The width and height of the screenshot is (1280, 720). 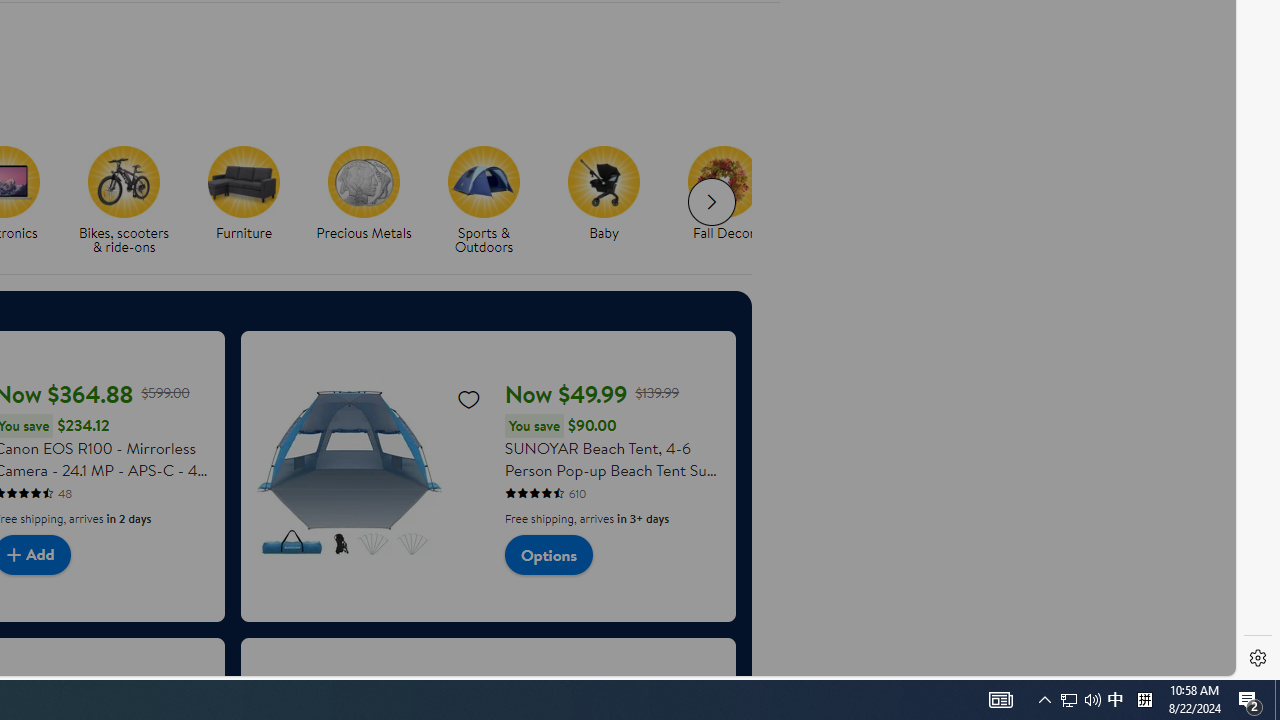 What do you see at coordinates (610, 201) in the screenshot?
I see `'Baby'` at bounding box center [610, 201].